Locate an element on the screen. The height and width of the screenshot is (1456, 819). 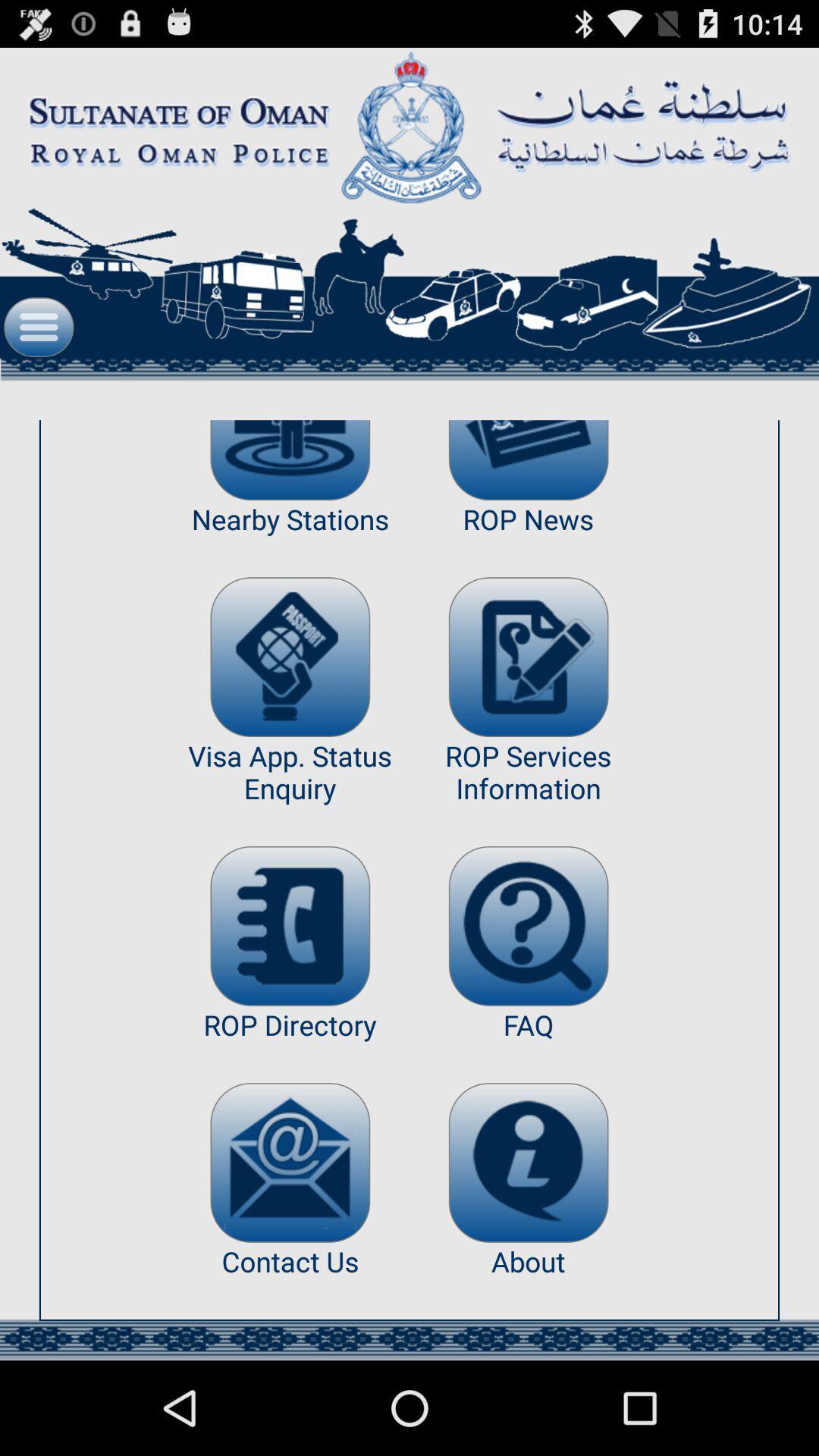
faq is located at coordinates (528, 925).